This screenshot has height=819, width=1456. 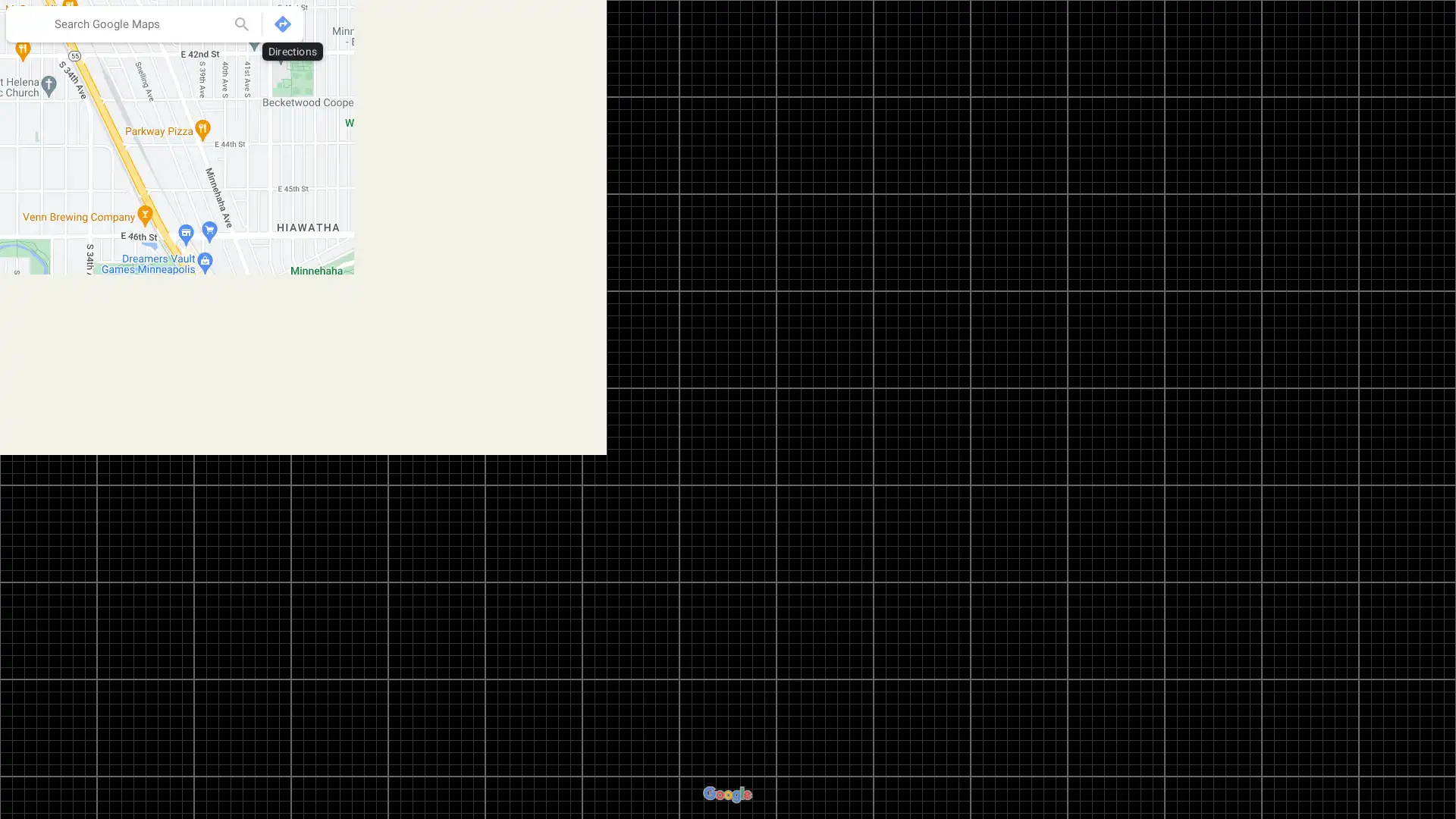 What do you see at coordinates (27, 26) in the screenshot?
I see `Menu` at bounding box center [27, 26].